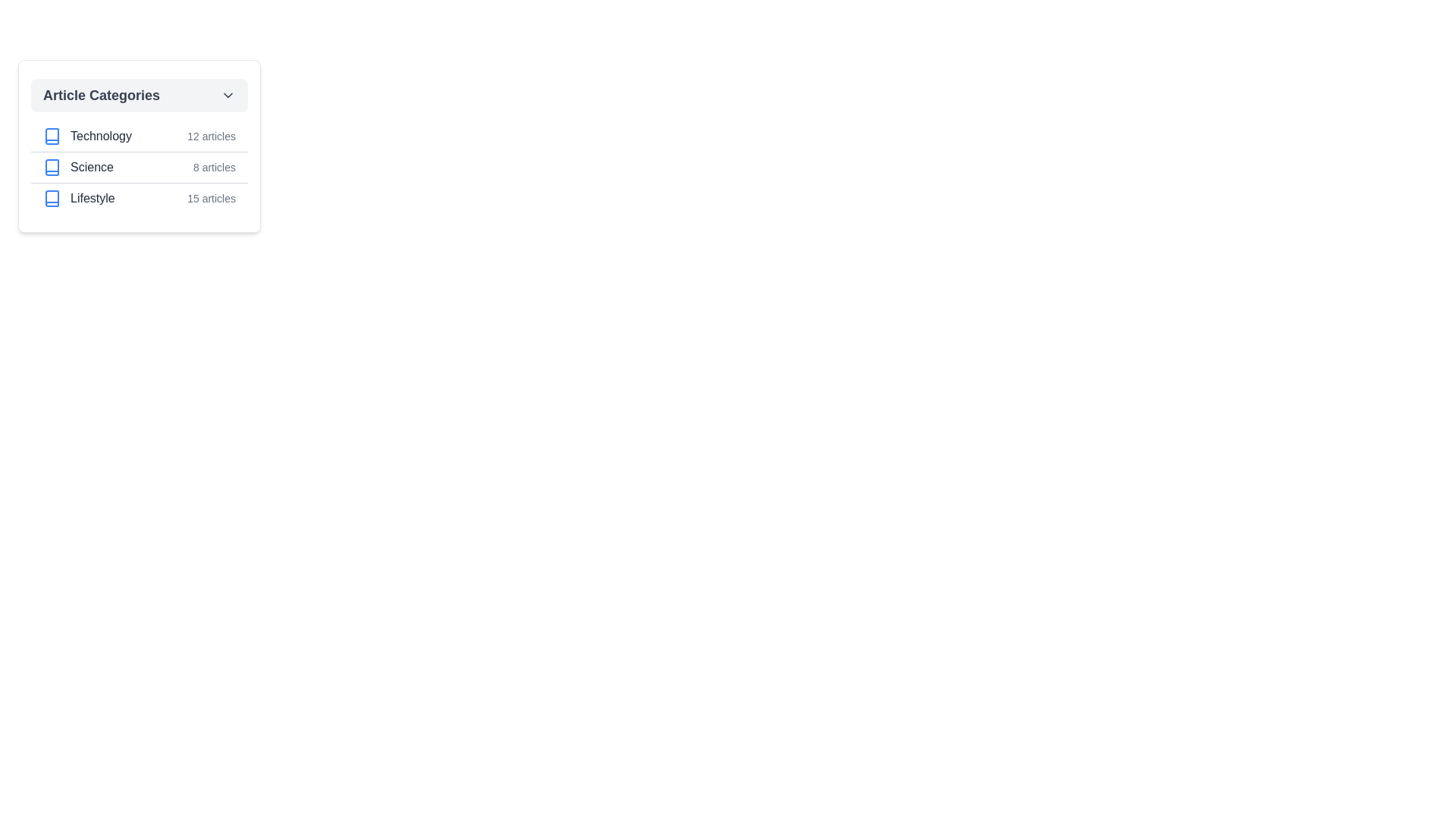  Describe the element at coordinates (139, 146) in the screenshot. I see `the first list item under the 'Article Categories' section, which displays the sections Technology, Science, and Lifestyle with their respective icons and article counts` at that location.